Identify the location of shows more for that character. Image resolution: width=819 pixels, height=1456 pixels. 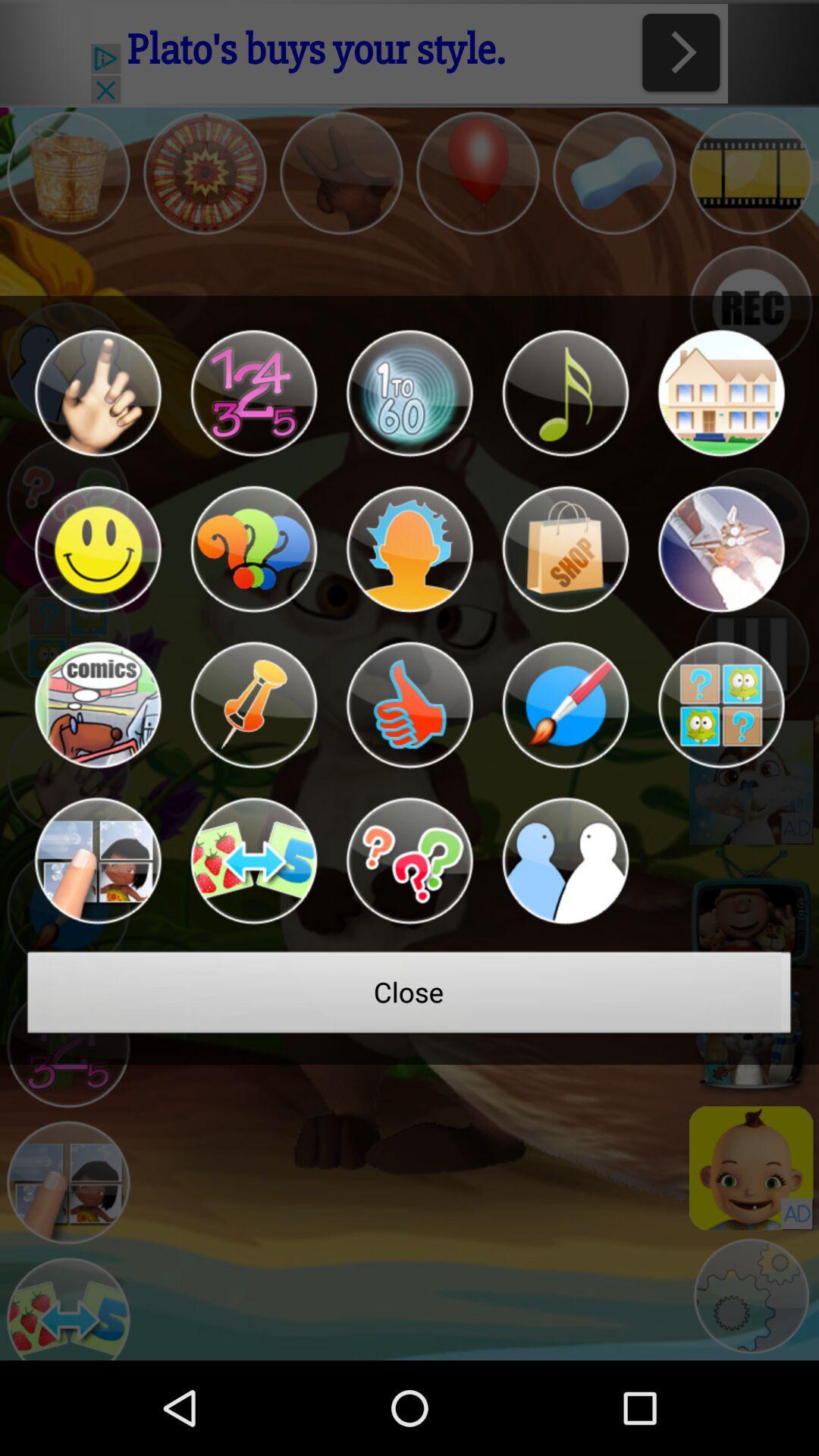
(720, 548).